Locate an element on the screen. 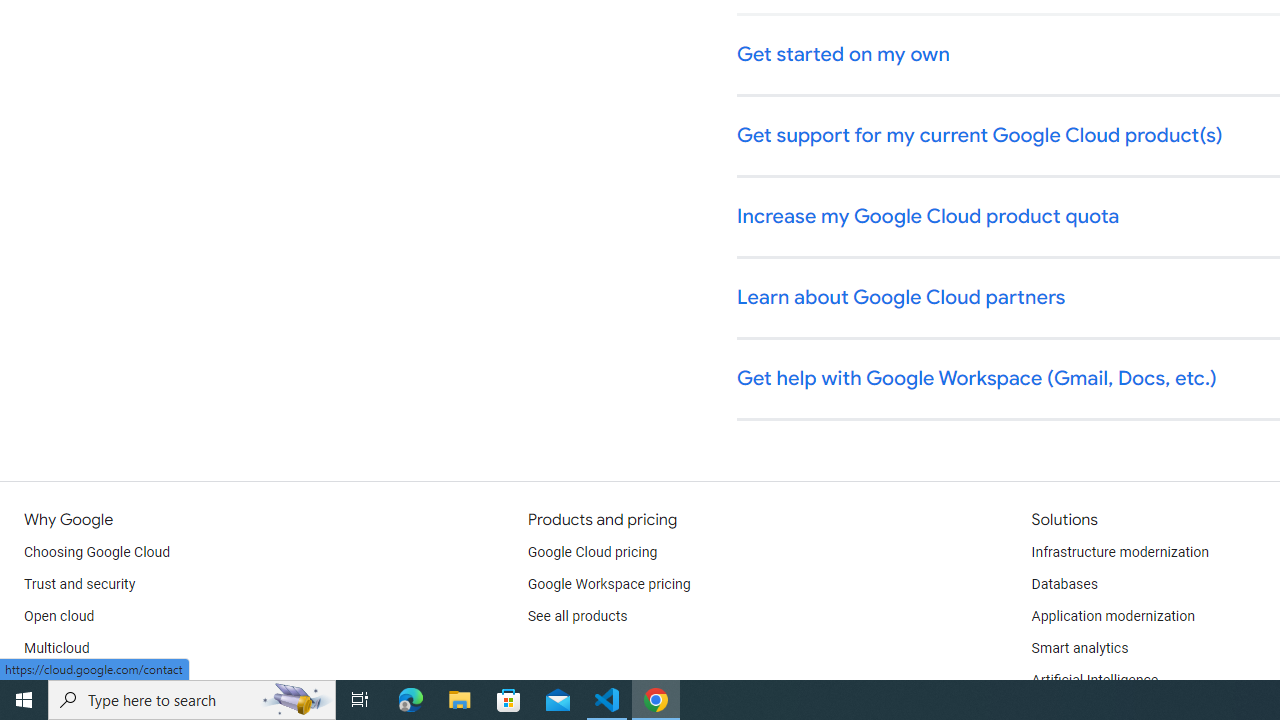 The image size is (1280, 720). 'Open cloud' is located at coordinates (59, 616).